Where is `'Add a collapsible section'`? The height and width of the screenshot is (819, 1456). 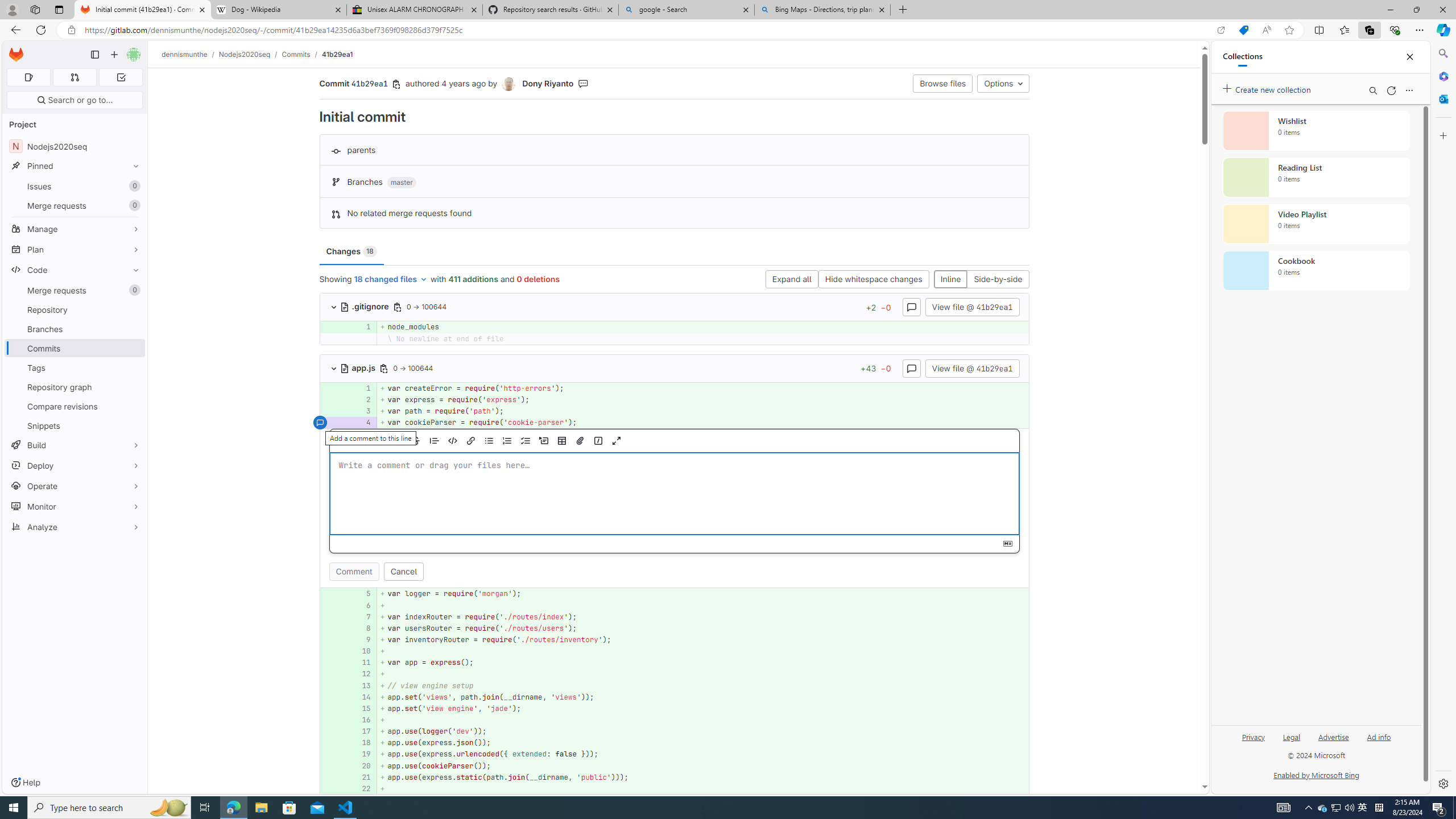
'Add a collapsible section' is located at coordinates (543, 440).